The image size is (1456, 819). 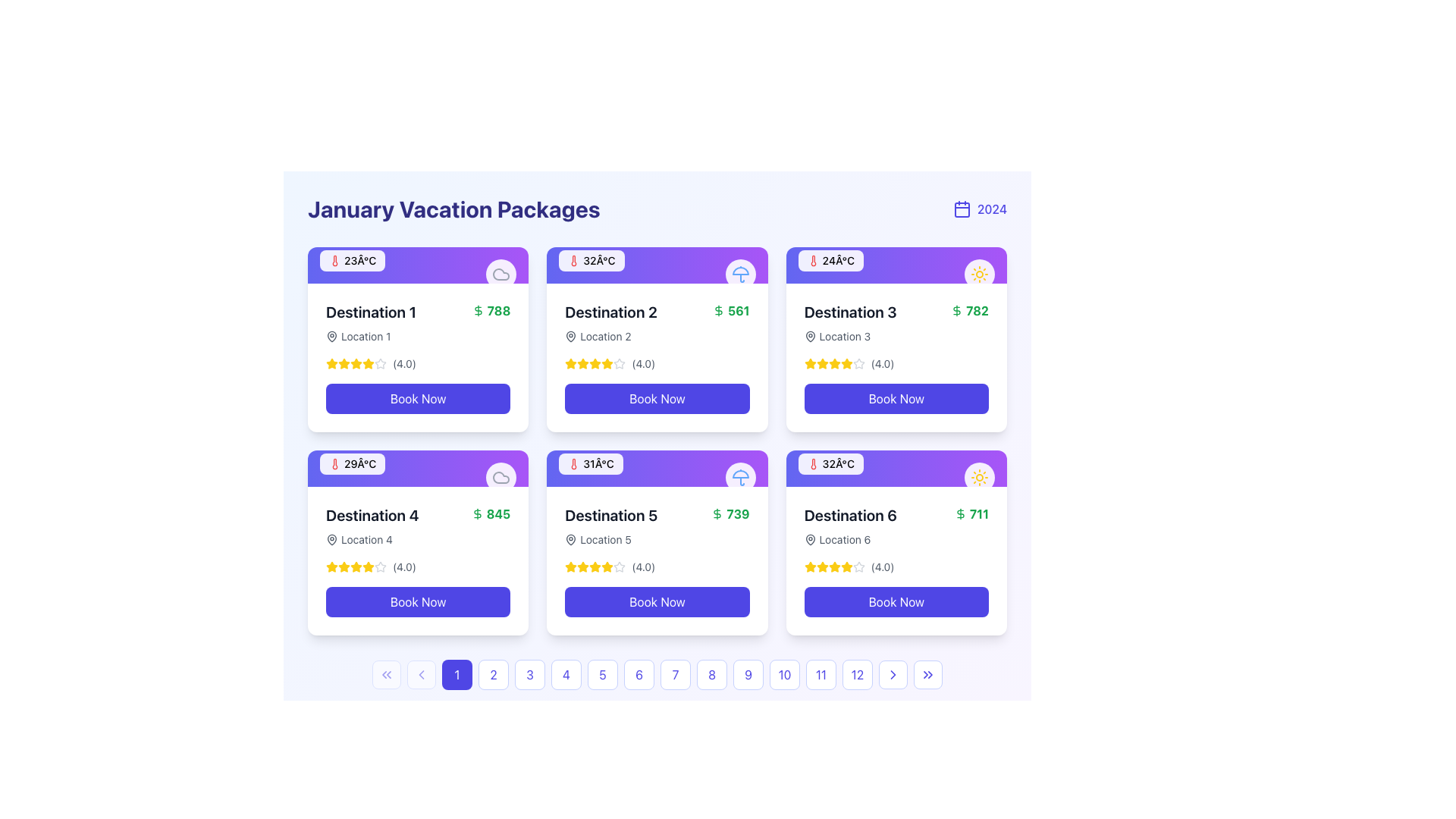 What do you see at coordinates (833, 363) in the screenshot?
I see `the fourth star icon in the rating system displayed in the review section` at bounding box center [833, 363].